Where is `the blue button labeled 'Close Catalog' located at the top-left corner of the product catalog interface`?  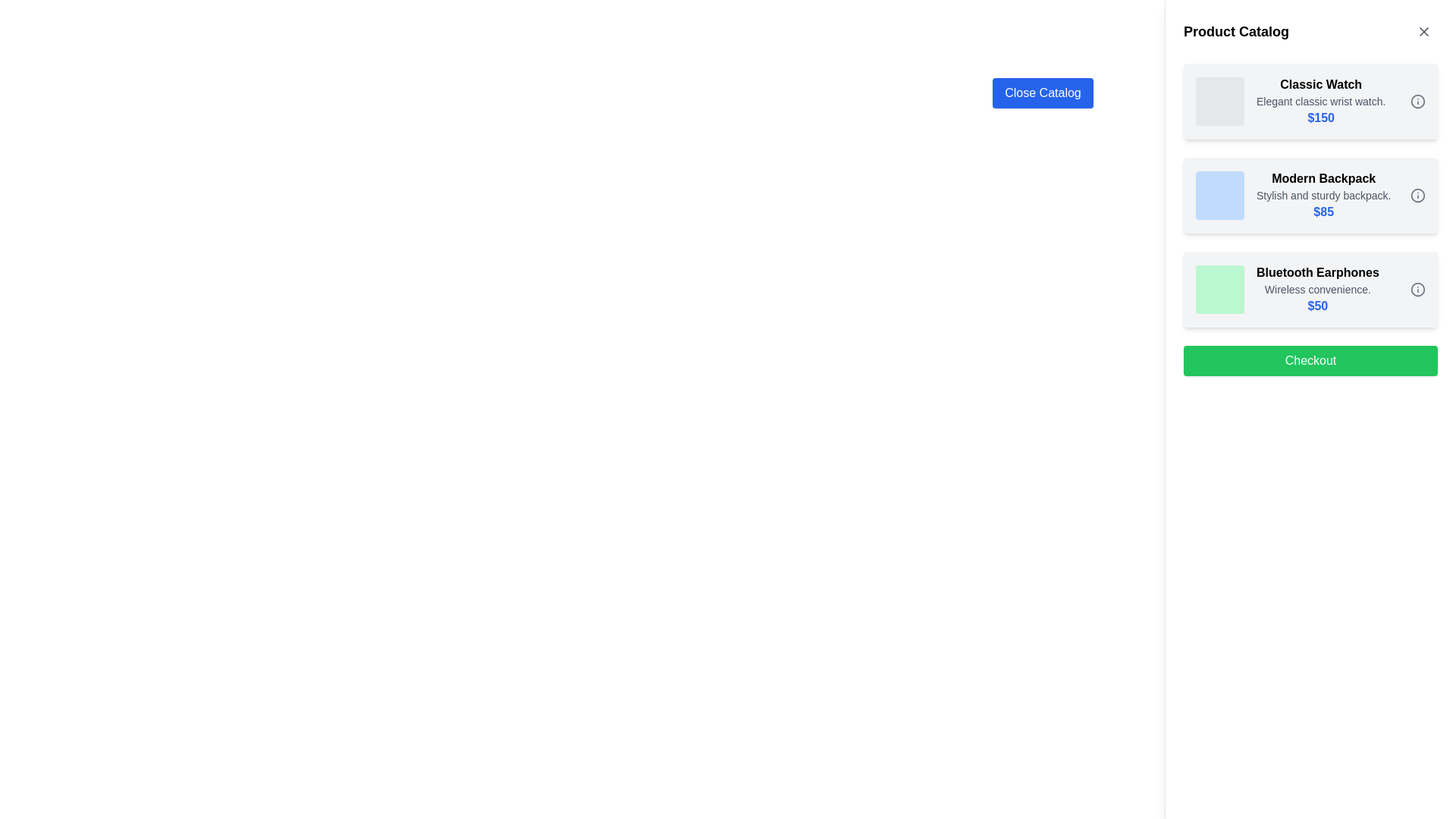
the blue button labeled 'Close Catalog' located at the top-left corner of the product catalog interface is located at coordinates (1042, 93).